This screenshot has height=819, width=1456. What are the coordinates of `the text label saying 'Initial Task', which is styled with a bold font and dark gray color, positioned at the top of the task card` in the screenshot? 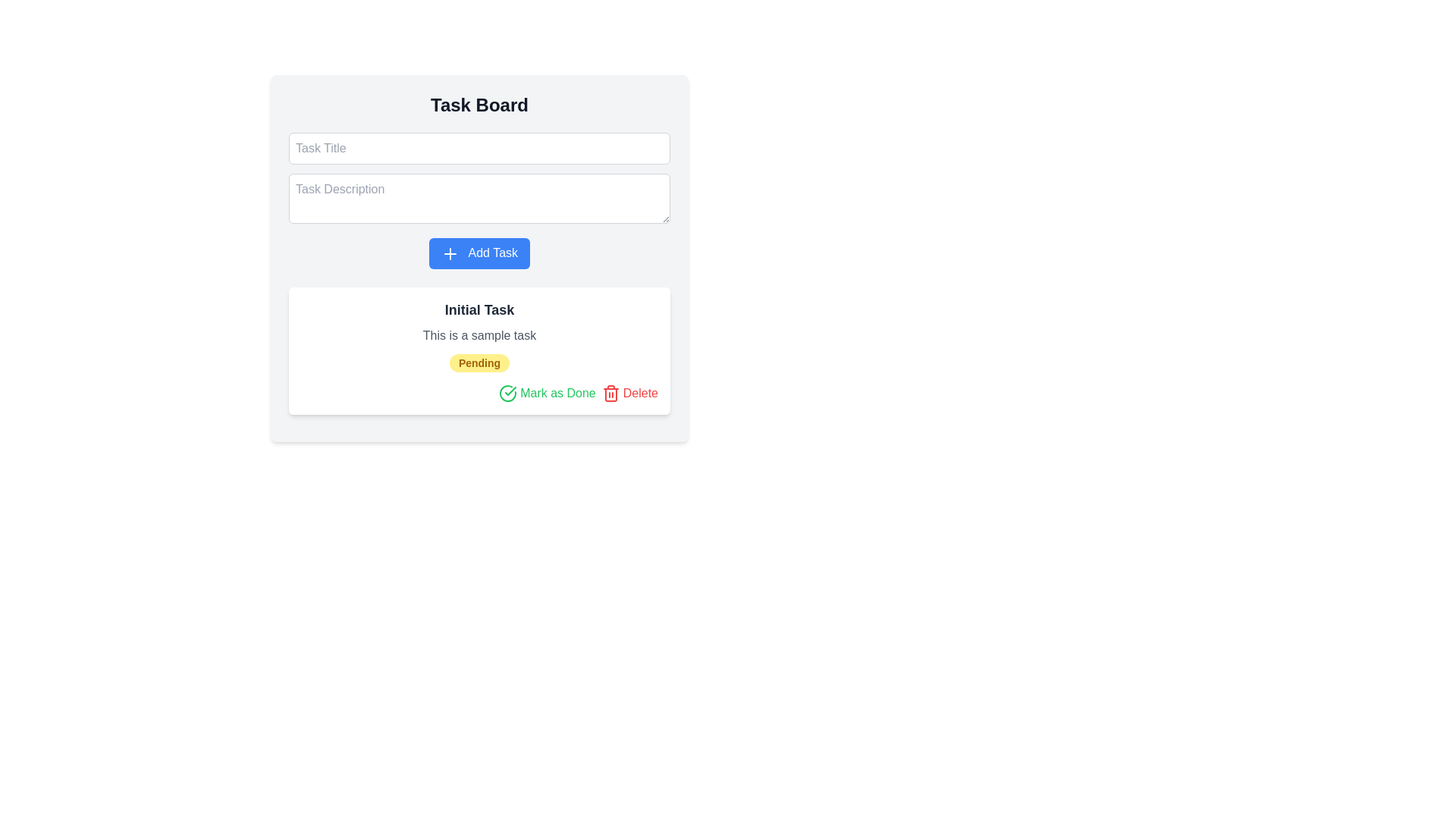 It's located at (479, 309).